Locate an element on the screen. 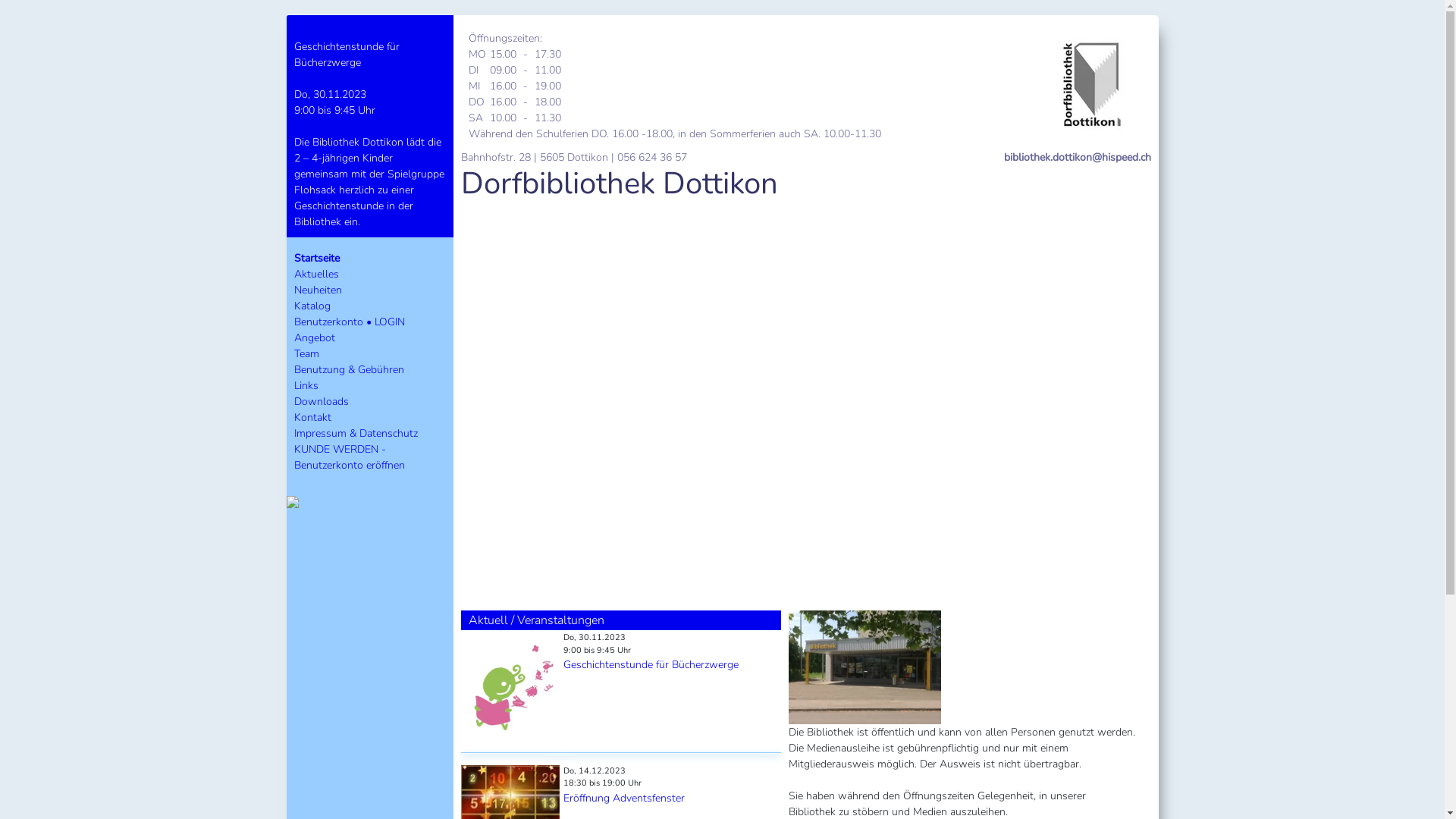  'Katalog' is located at coordinates (312, 306).